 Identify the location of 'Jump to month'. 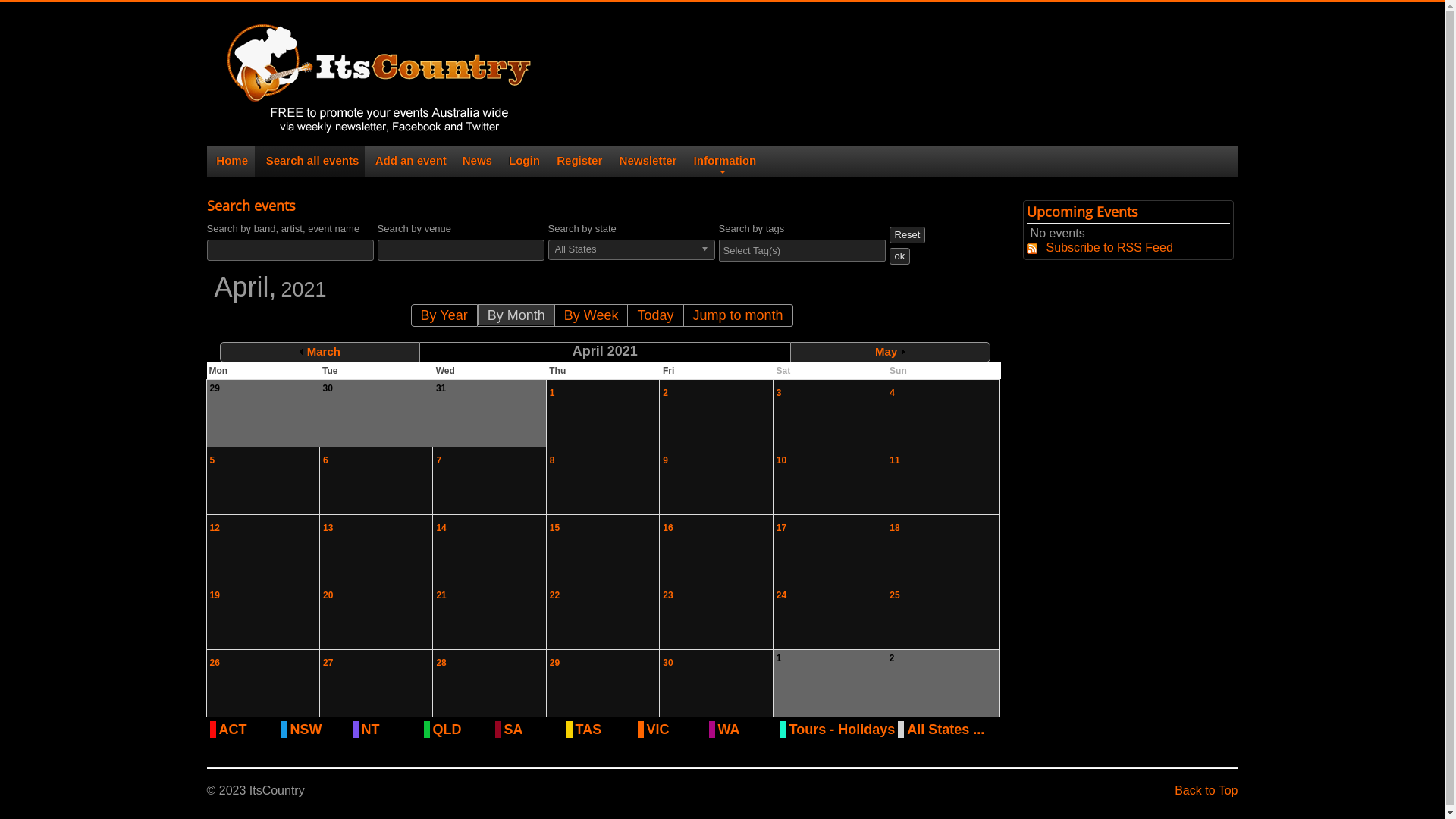
(738, 314).